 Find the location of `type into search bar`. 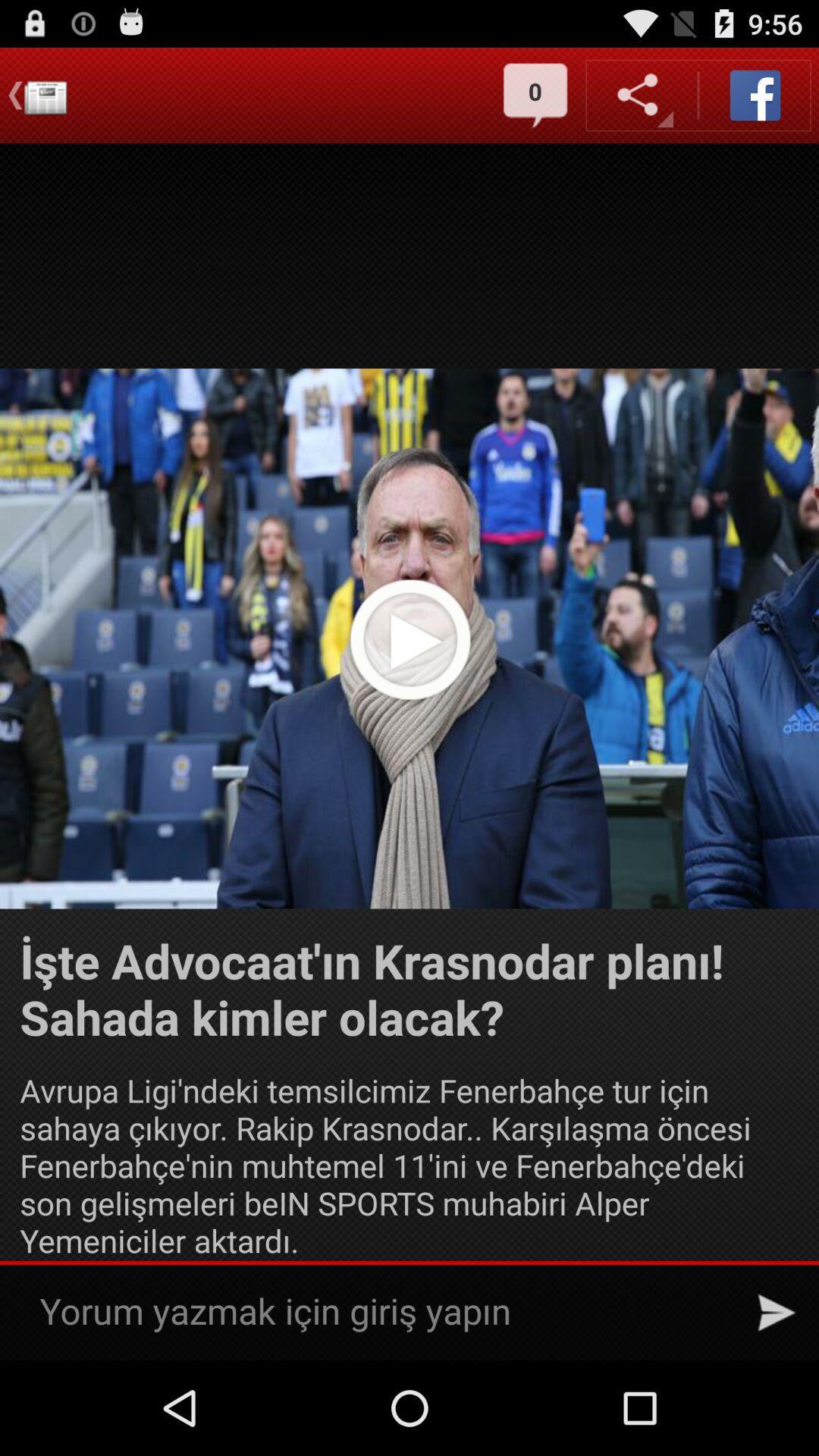

type into search bar is located at coordinates (381, 1312).